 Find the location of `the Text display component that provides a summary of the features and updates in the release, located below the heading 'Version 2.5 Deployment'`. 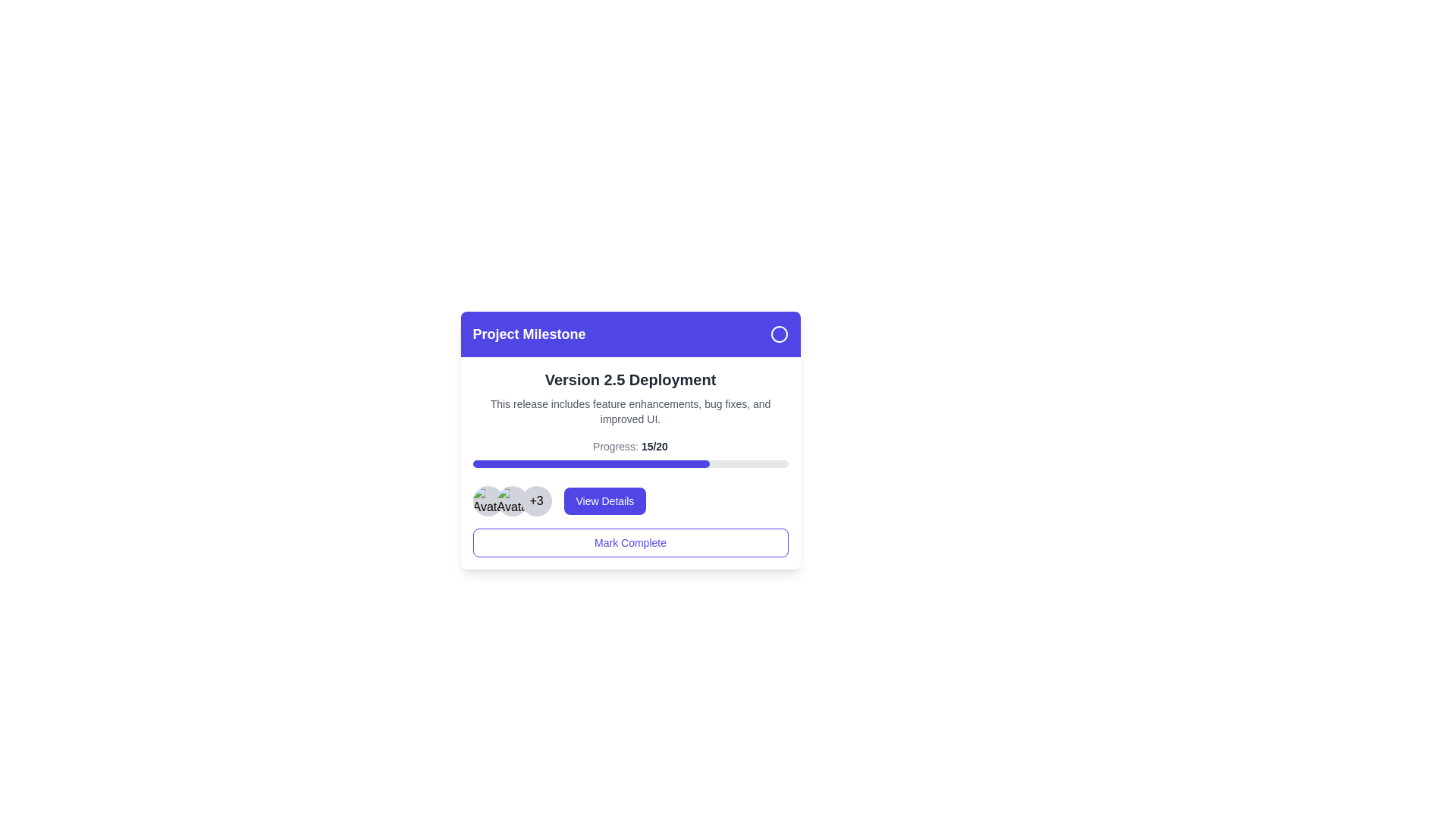

the Text display component that provides a summary of the features and updates in the release, located below the heading 'Version 2.5 Deployment' is located at coordinates (630, 412).